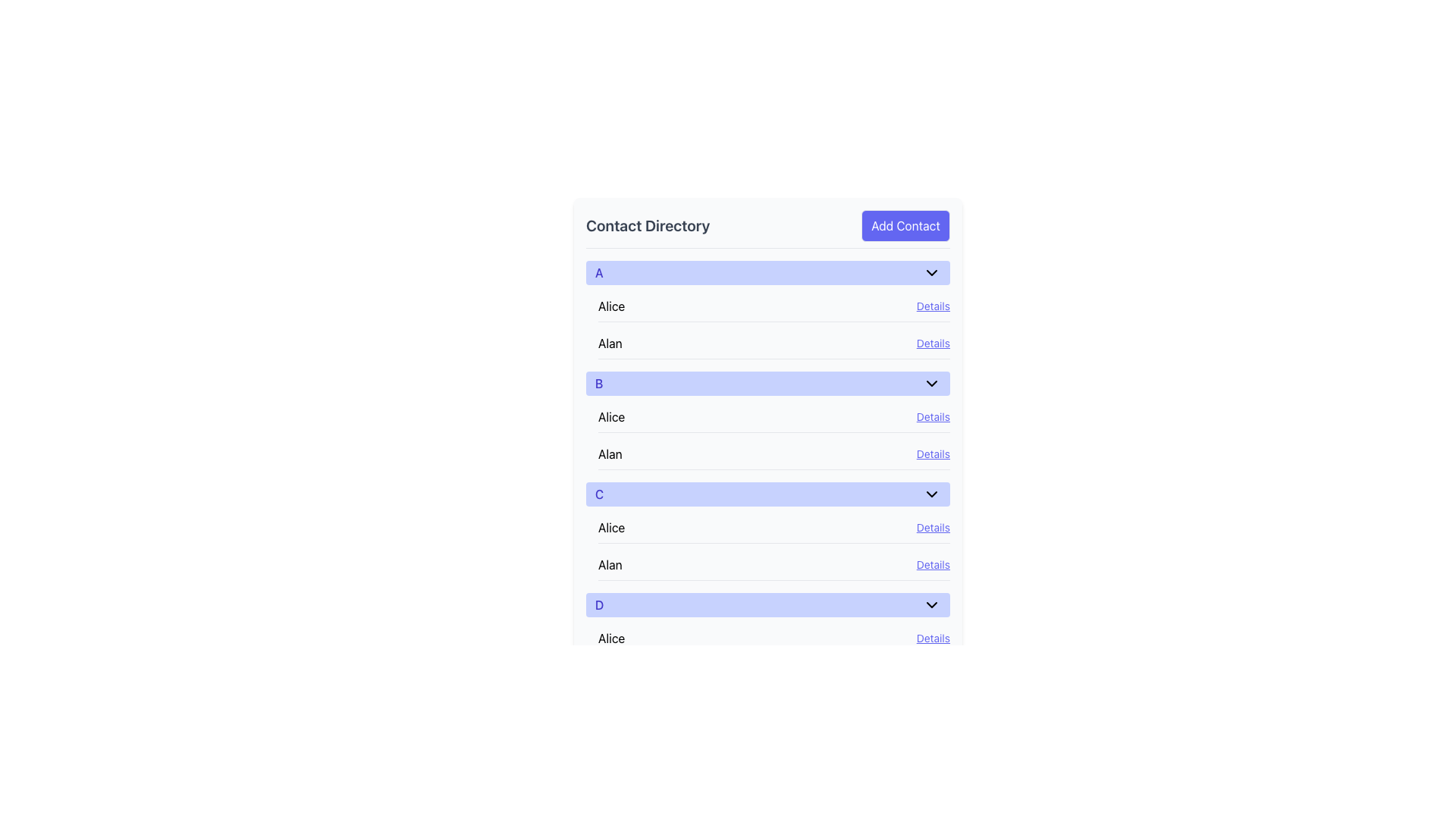 The image size is (1456, 819). Describe the element at coordinates (905, 225) in the screenshot. I see `the rectangular indigo button with white text that reads 'Add Contact' to observe the hover effect` at that location.